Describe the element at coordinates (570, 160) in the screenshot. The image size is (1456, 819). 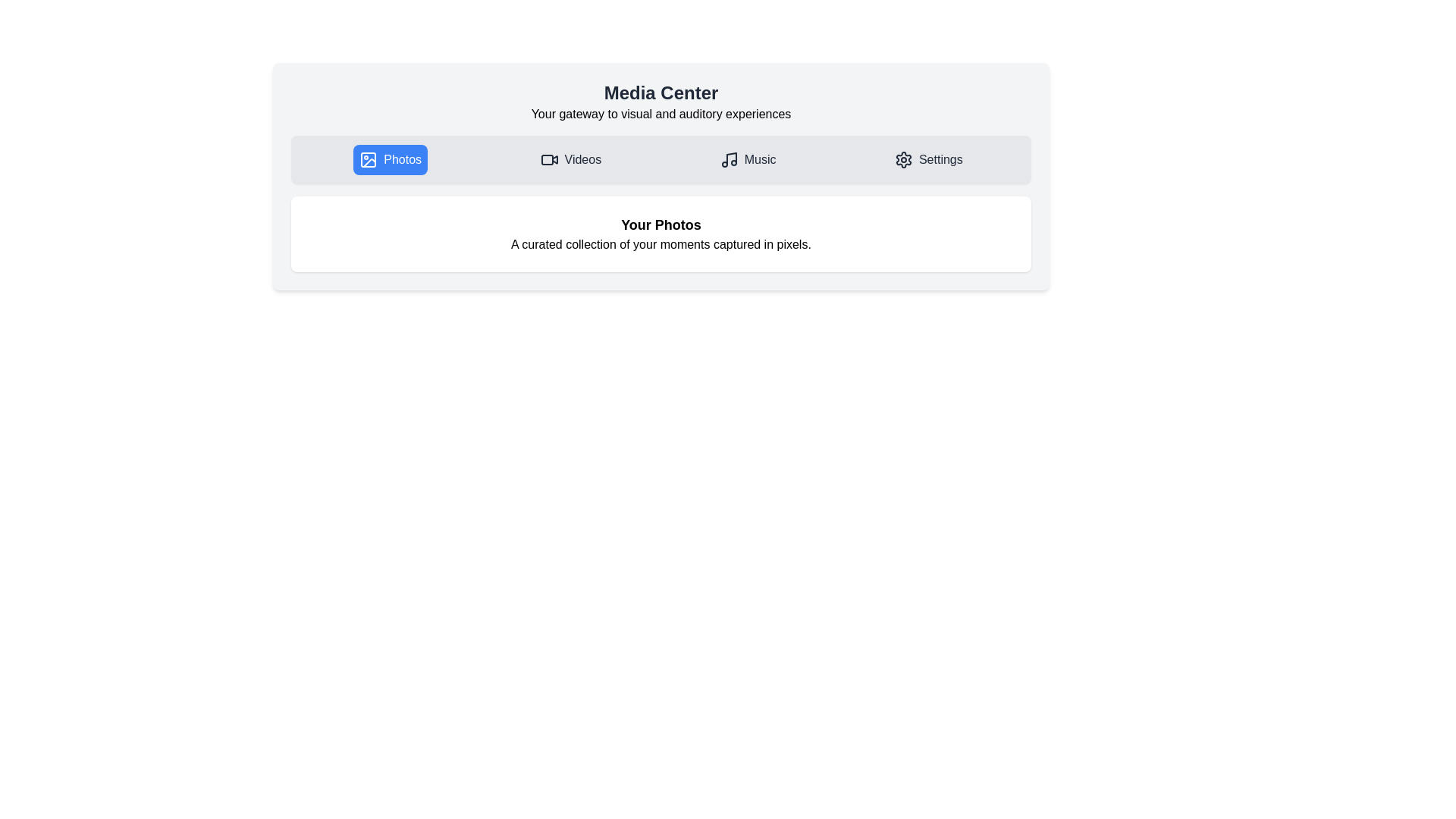
I see `the 'Videos' tab in the horizontal navigation bar` at that location.